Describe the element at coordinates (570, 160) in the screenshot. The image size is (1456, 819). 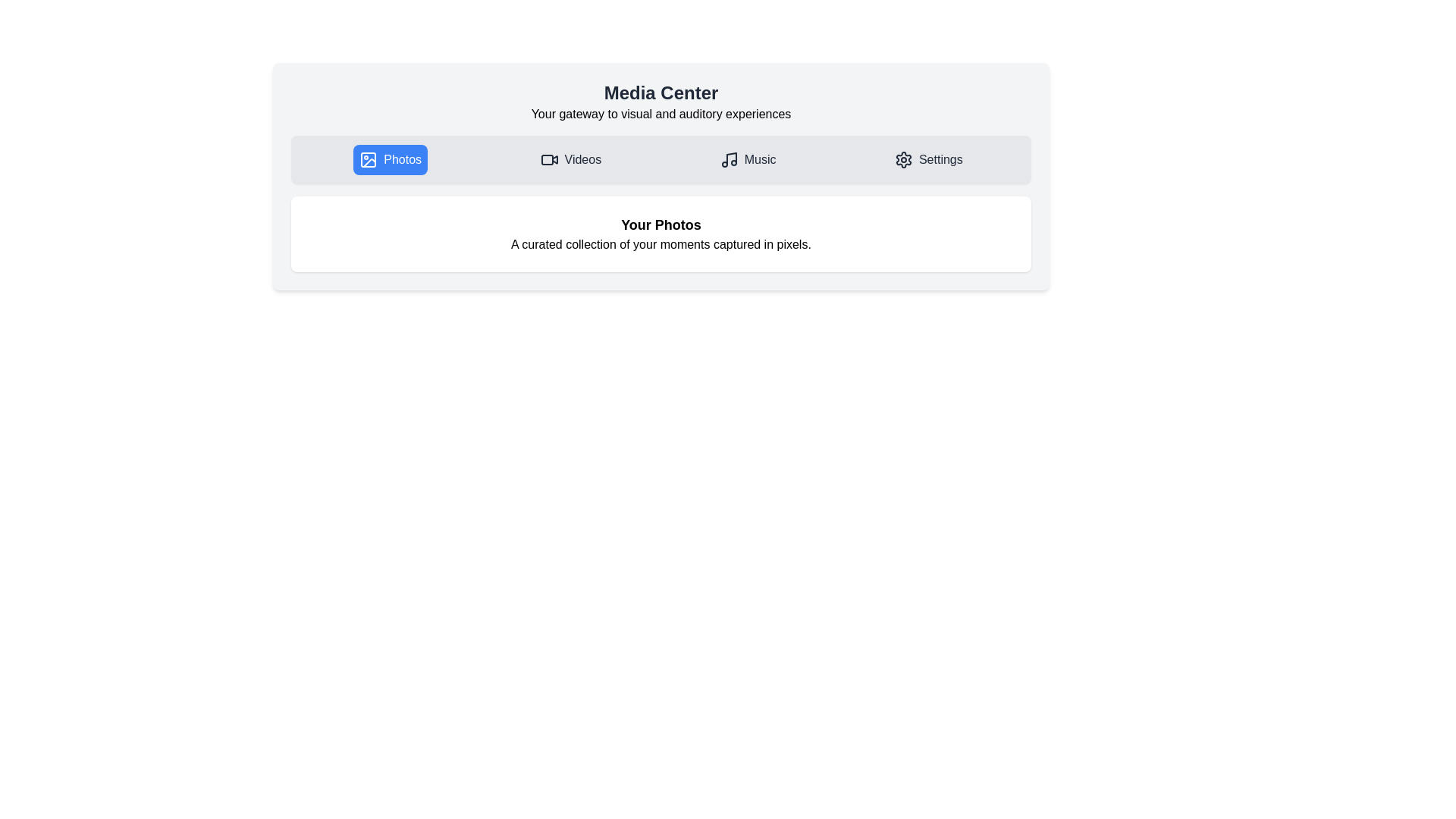
I see `the 'Videos' tab in the horizontal navigation bar` at that location.